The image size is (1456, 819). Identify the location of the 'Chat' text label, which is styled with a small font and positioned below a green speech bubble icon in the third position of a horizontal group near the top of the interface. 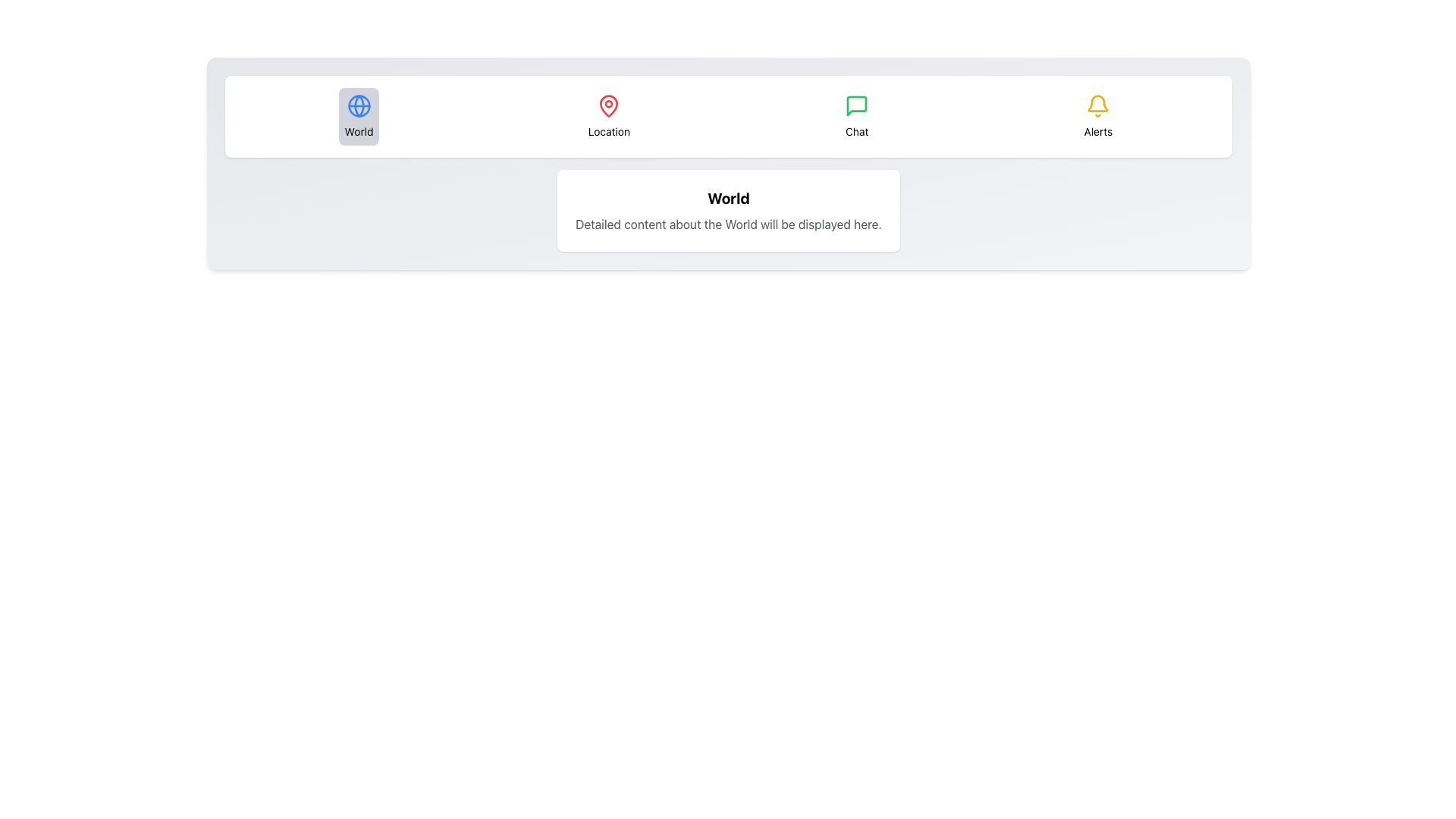
(857, 130).